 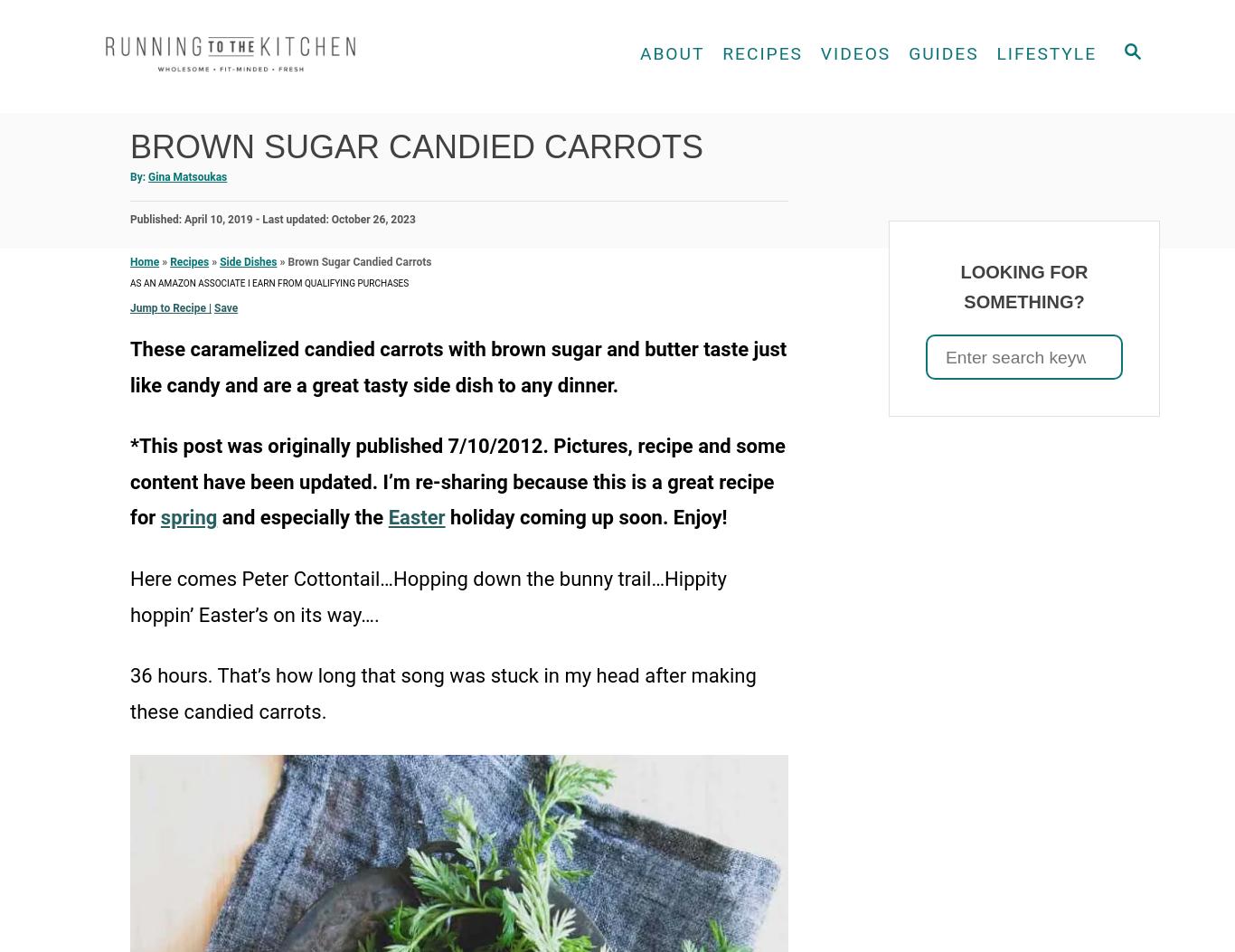 I want to click on 'All Lifestyle', so click(x=1015, y=96).